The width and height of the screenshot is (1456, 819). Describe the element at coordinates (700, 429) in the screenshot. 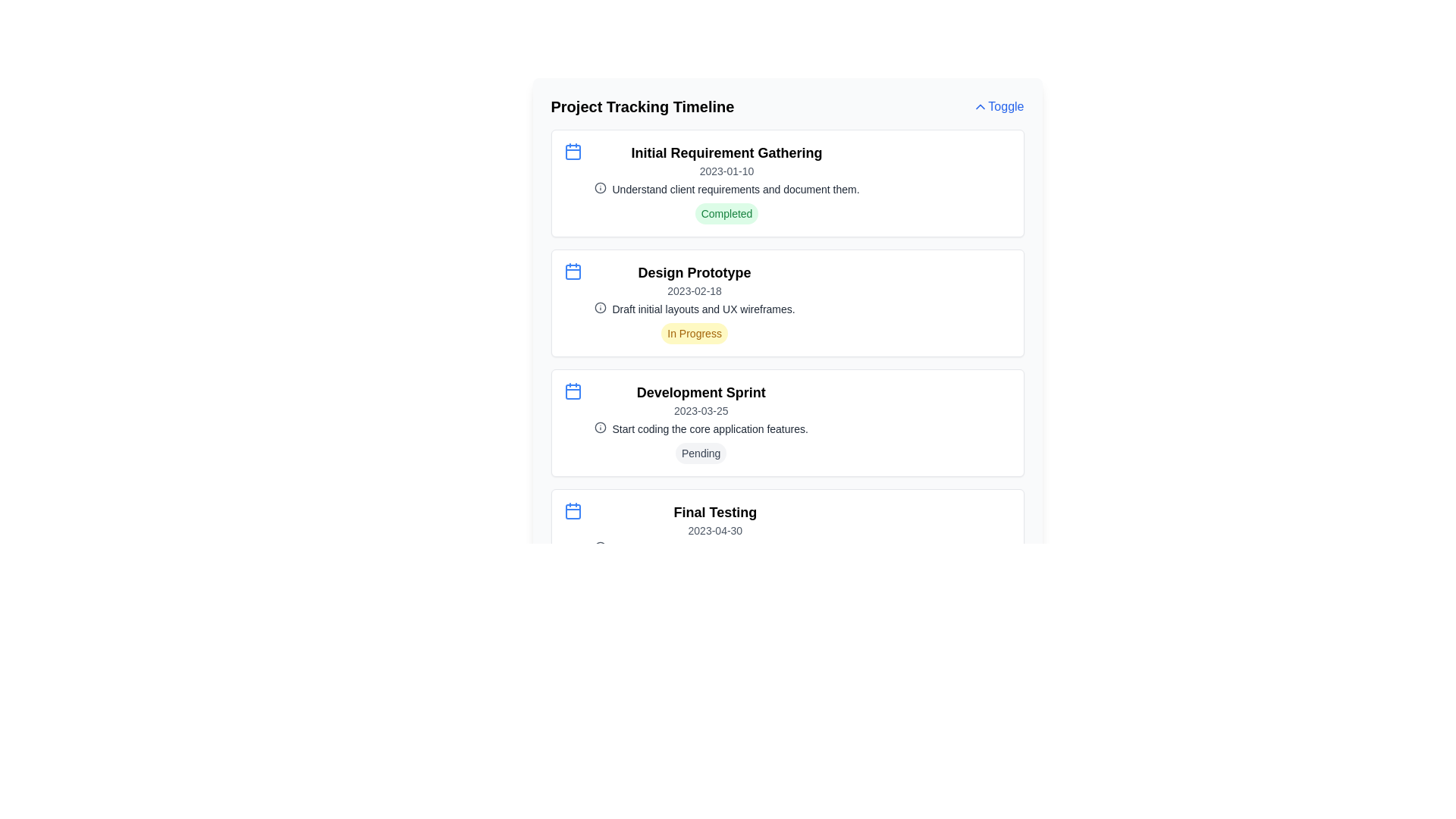

I see `the text element displaying 'Start coding the core application features.' which is styled in gray font and positioned in the third item of a vertical list within a project tracking interface` at that location.